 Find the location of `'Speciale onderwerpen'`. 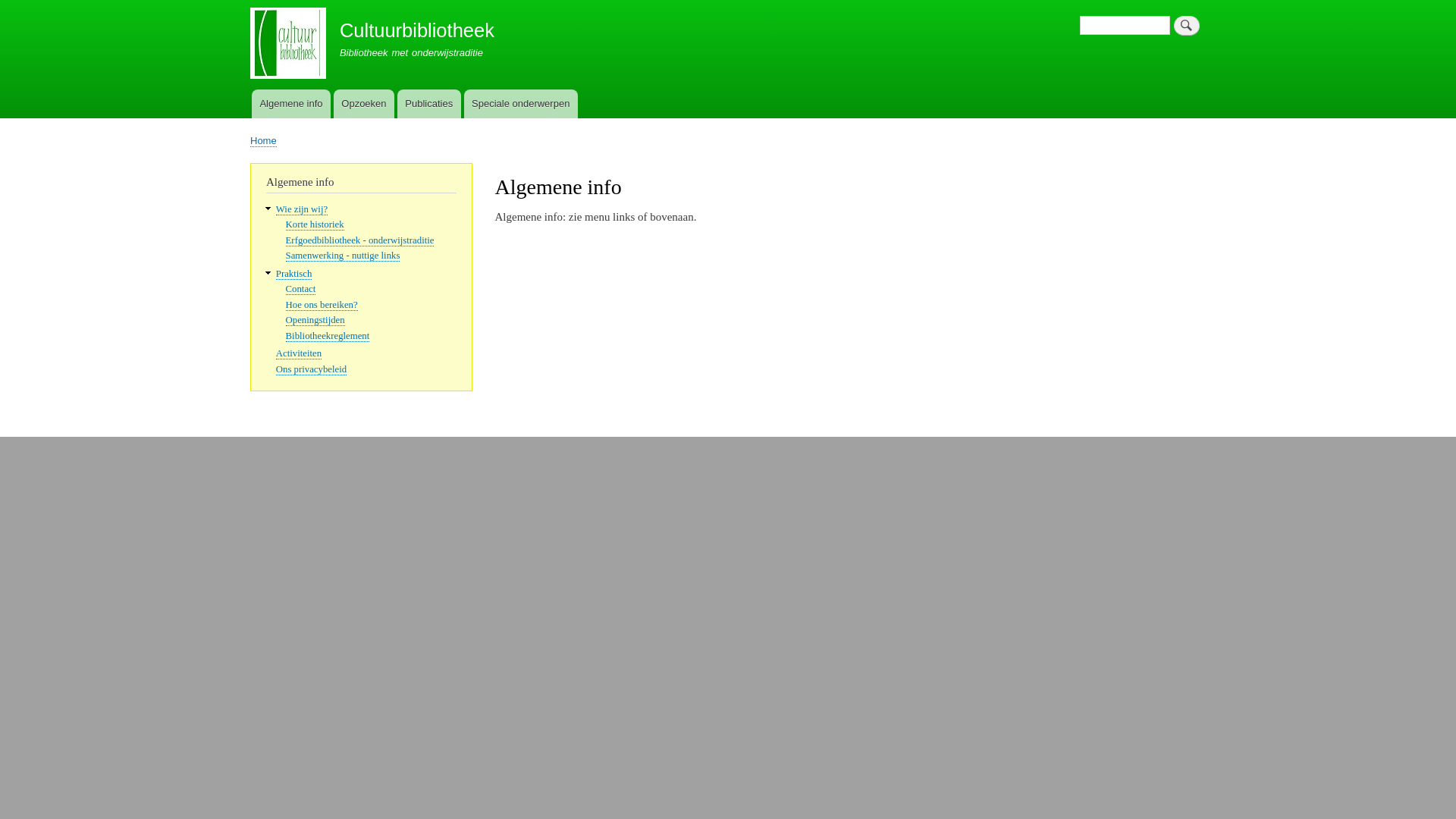

'Speciale onderwerpen' is located at coordinates (520, 103).